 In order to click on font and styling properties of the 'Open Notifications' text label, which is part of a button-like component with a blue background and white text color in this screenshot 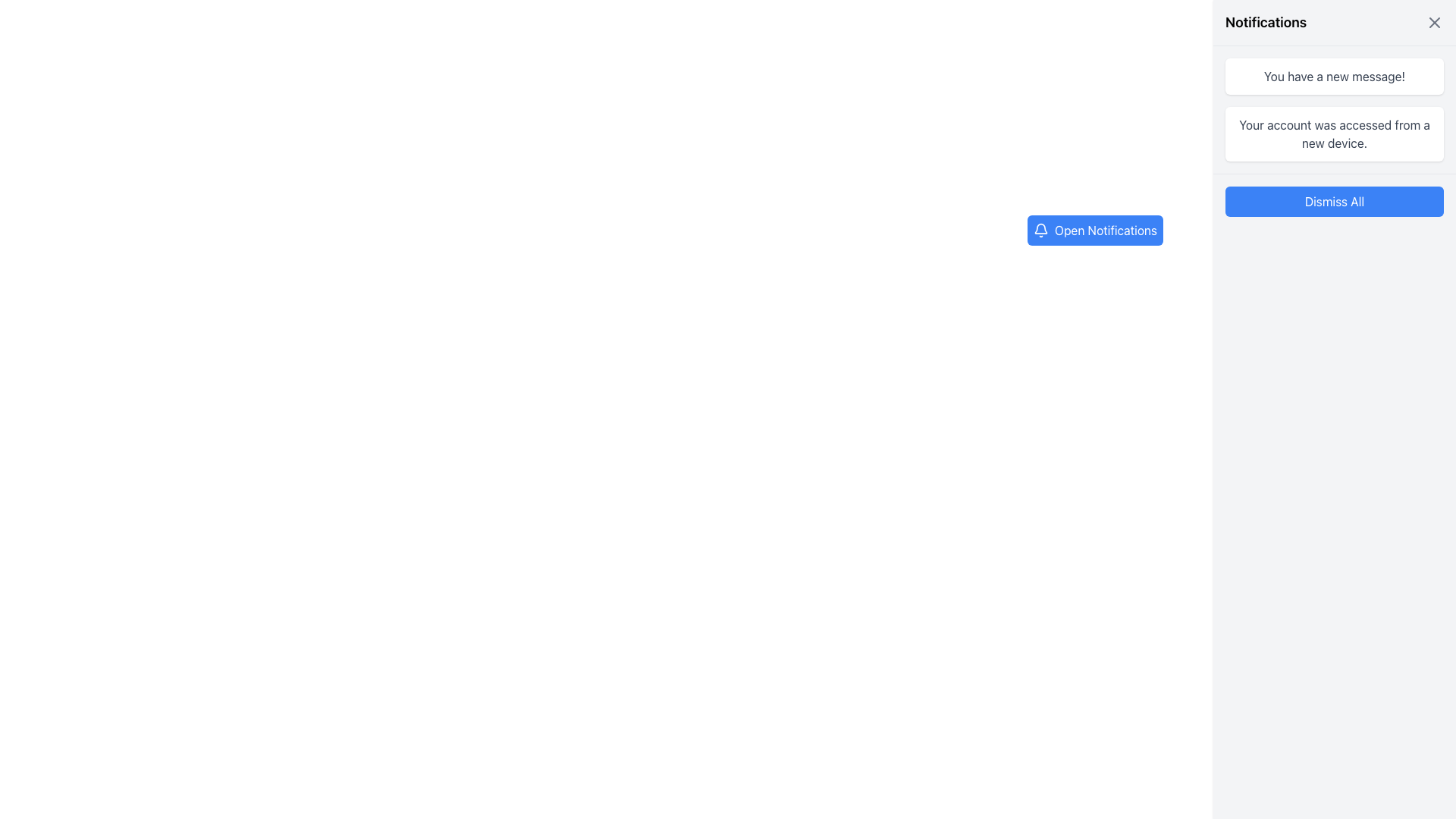, I will do `click(1106, 231)`.